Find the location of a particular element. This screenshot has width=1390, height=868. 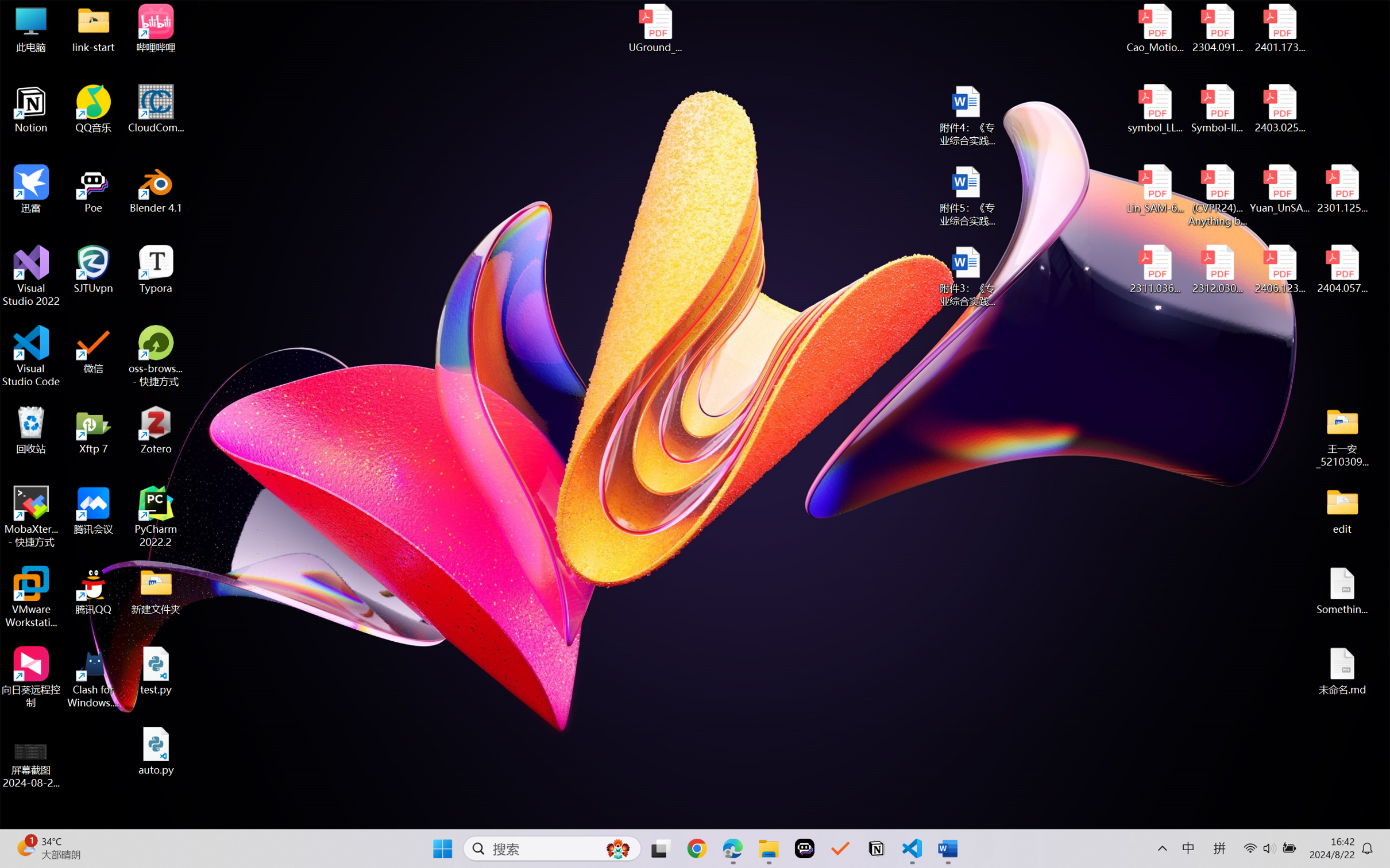

'Visual Studio Code' is located at coordinates (30, 355).